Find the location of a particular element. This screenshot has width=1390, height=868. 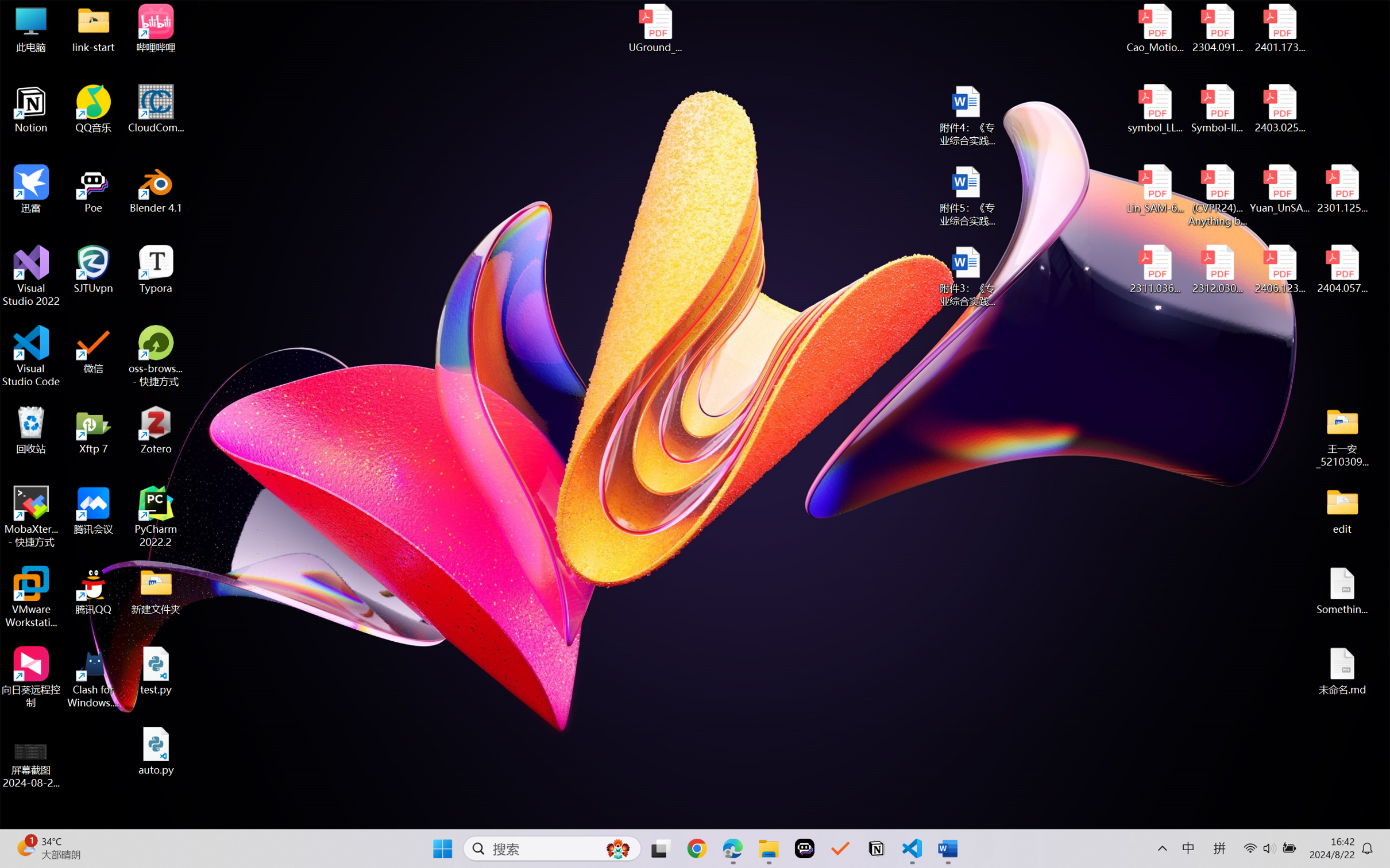

'Visual Studio Code' is located at coordinates (30, 355).